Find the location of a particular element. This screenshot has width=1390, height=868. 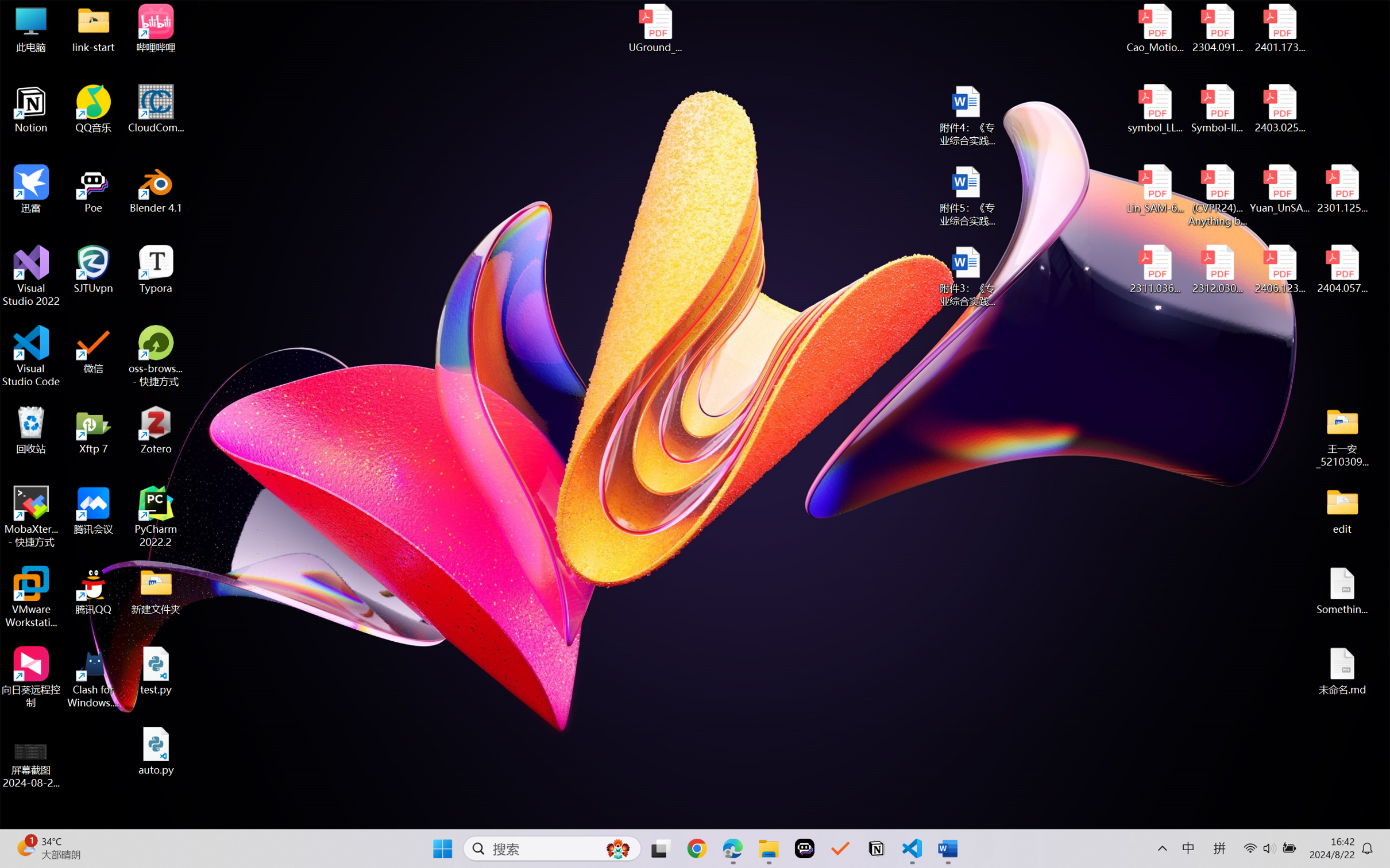

'Visual Studio Code' is located at coordinates (30, 355).